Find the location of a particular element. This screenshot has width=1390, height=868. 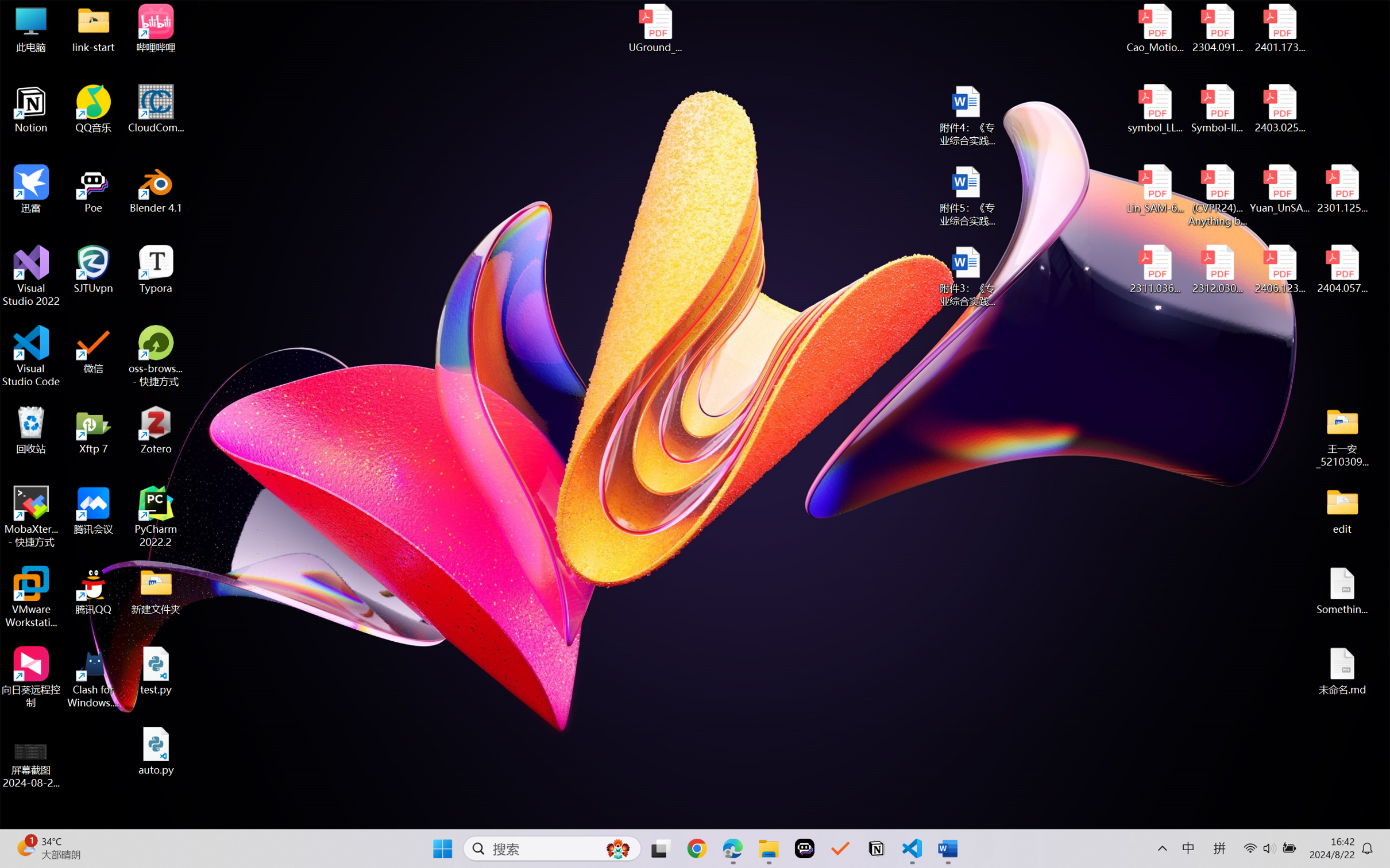

'Visual Studio Code' is located at coordinates (30, 355).